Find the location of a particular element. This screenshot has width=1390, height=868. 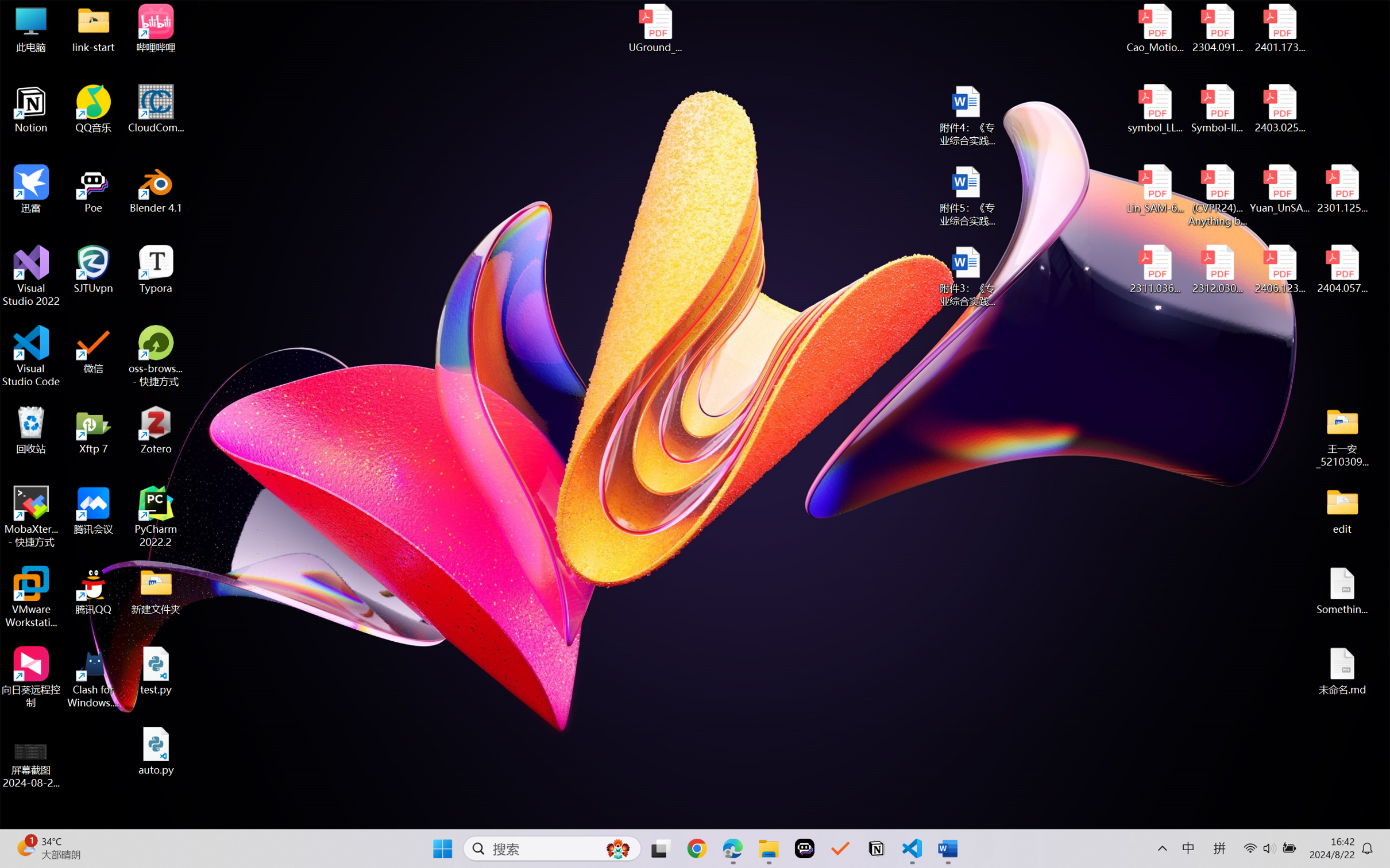

'Visual Studio Code' is located at coordinates (30, 355).